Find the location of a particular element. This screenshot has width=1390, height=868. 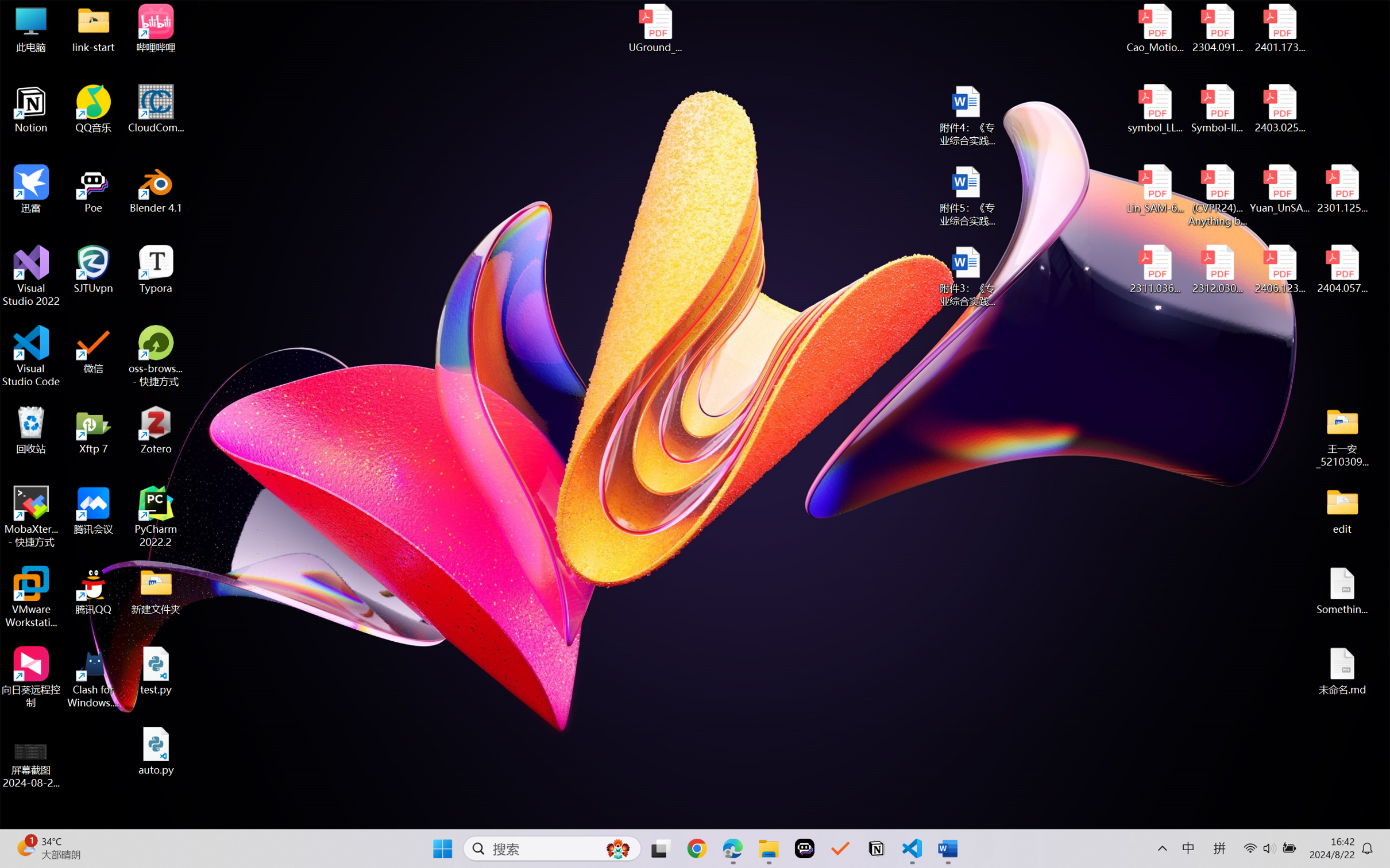

'Visual Studio Code' is located at coordinates (30, 355).